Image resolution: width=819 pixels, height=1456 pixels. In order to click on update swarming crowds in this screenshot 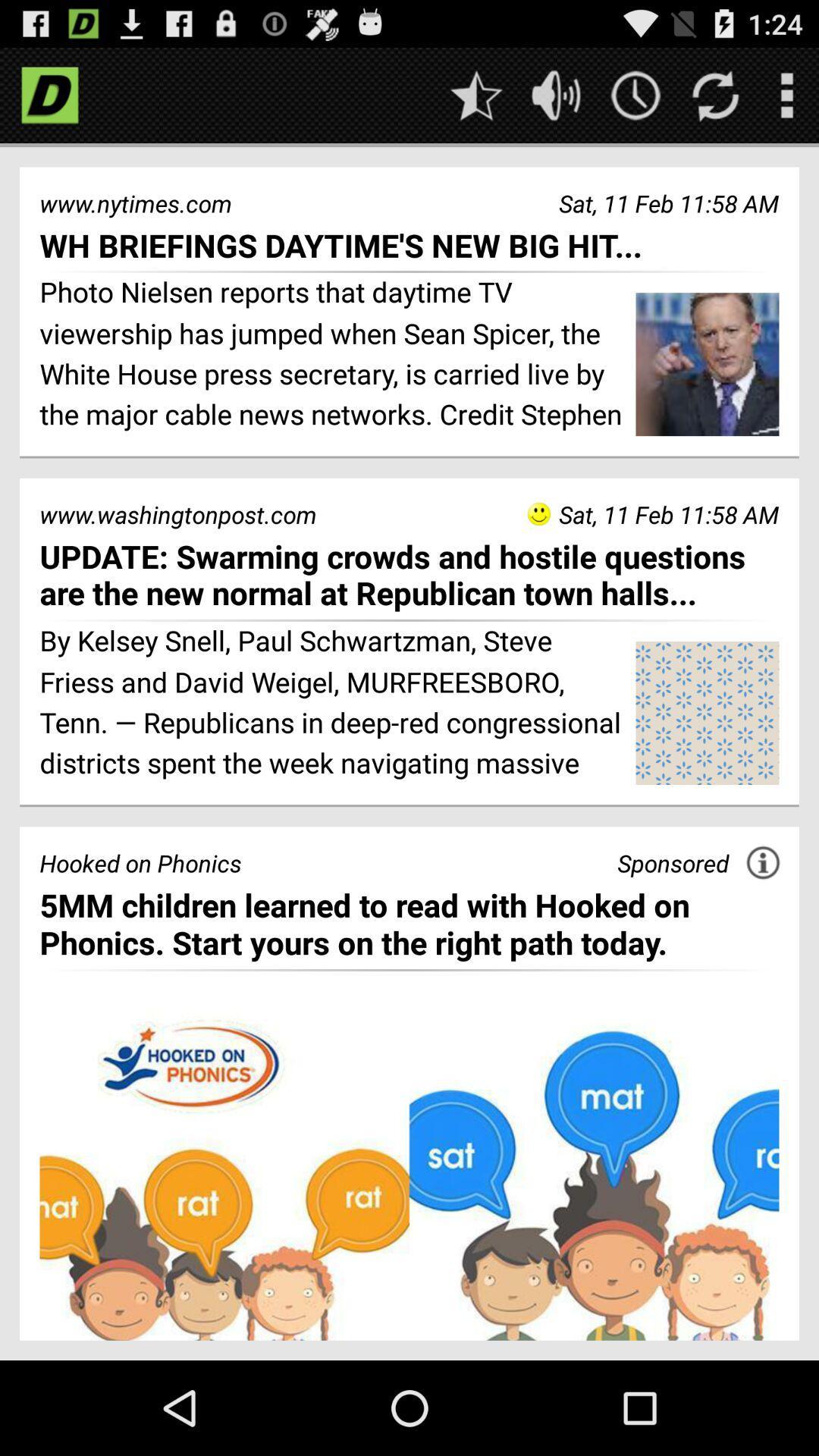, I will do `click(409, 574)`.